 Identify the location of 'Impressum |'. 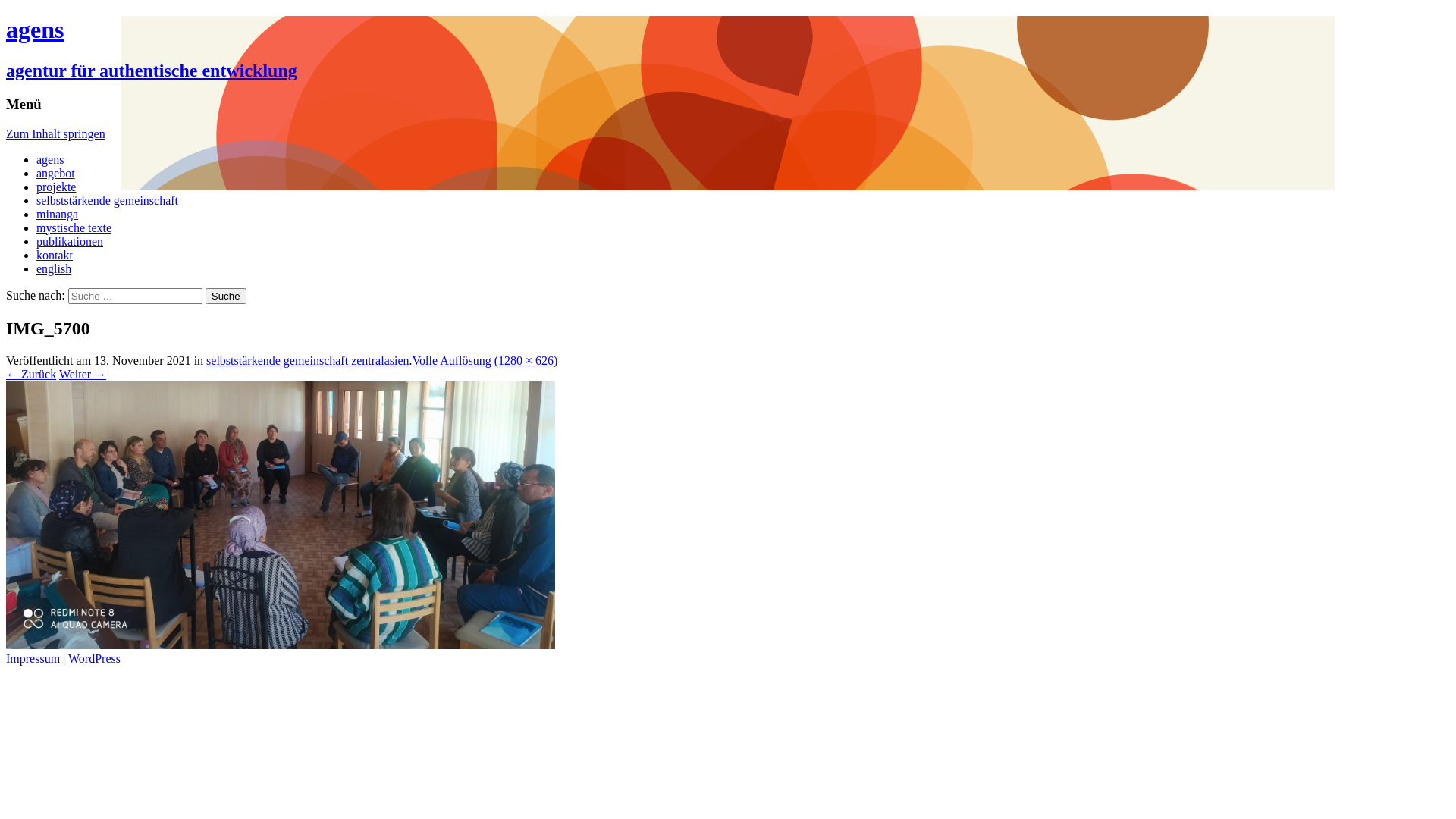
(36, 657).